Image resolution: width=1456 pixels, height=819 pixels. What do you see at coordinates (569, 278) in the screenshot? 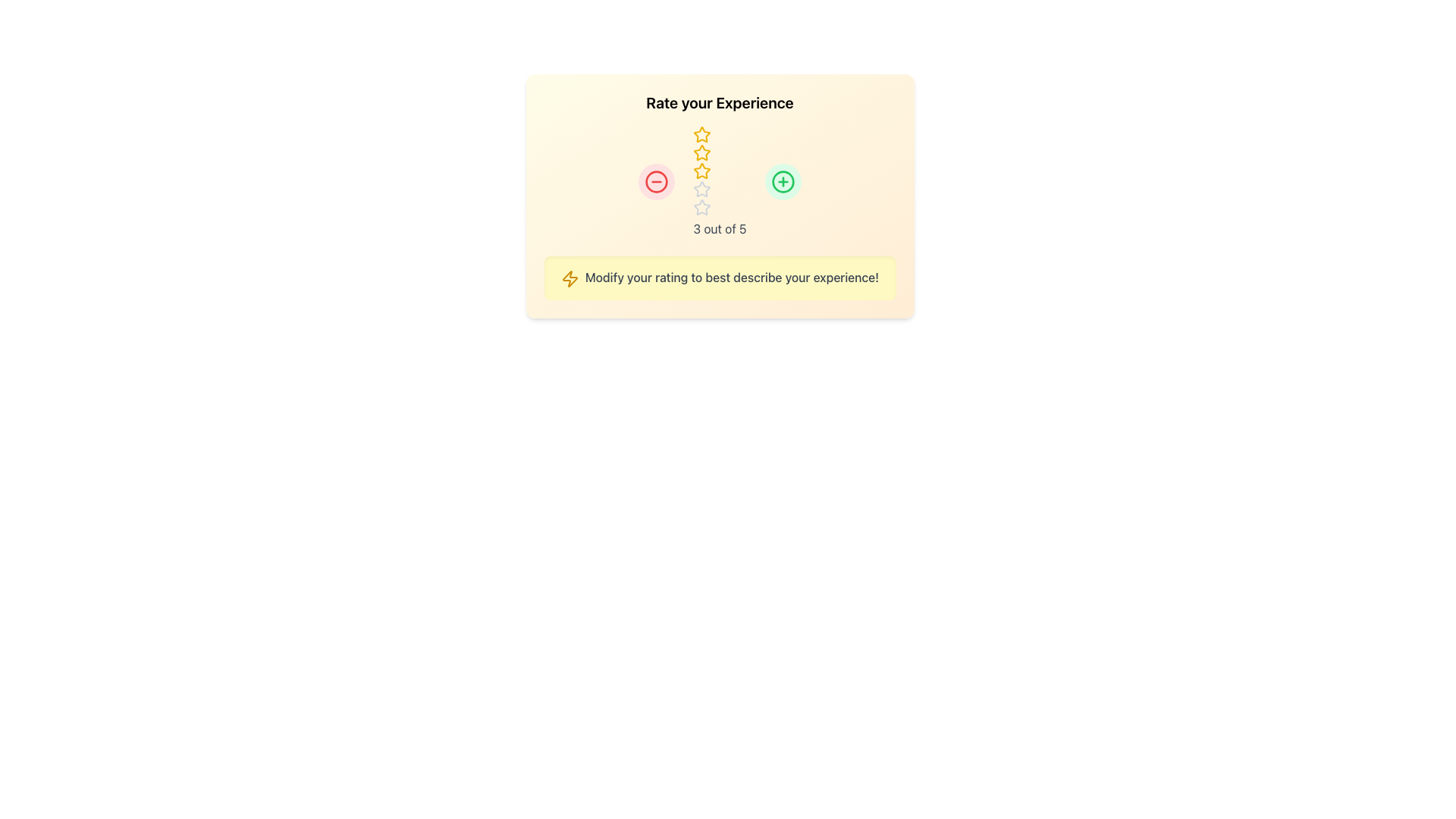
I see `the icon representing the modification of ratings, located in the yellow highlight area at the bottom of the 'Rate your Experience' card, directly to the left of the text block` at bounding box center [569, 278].